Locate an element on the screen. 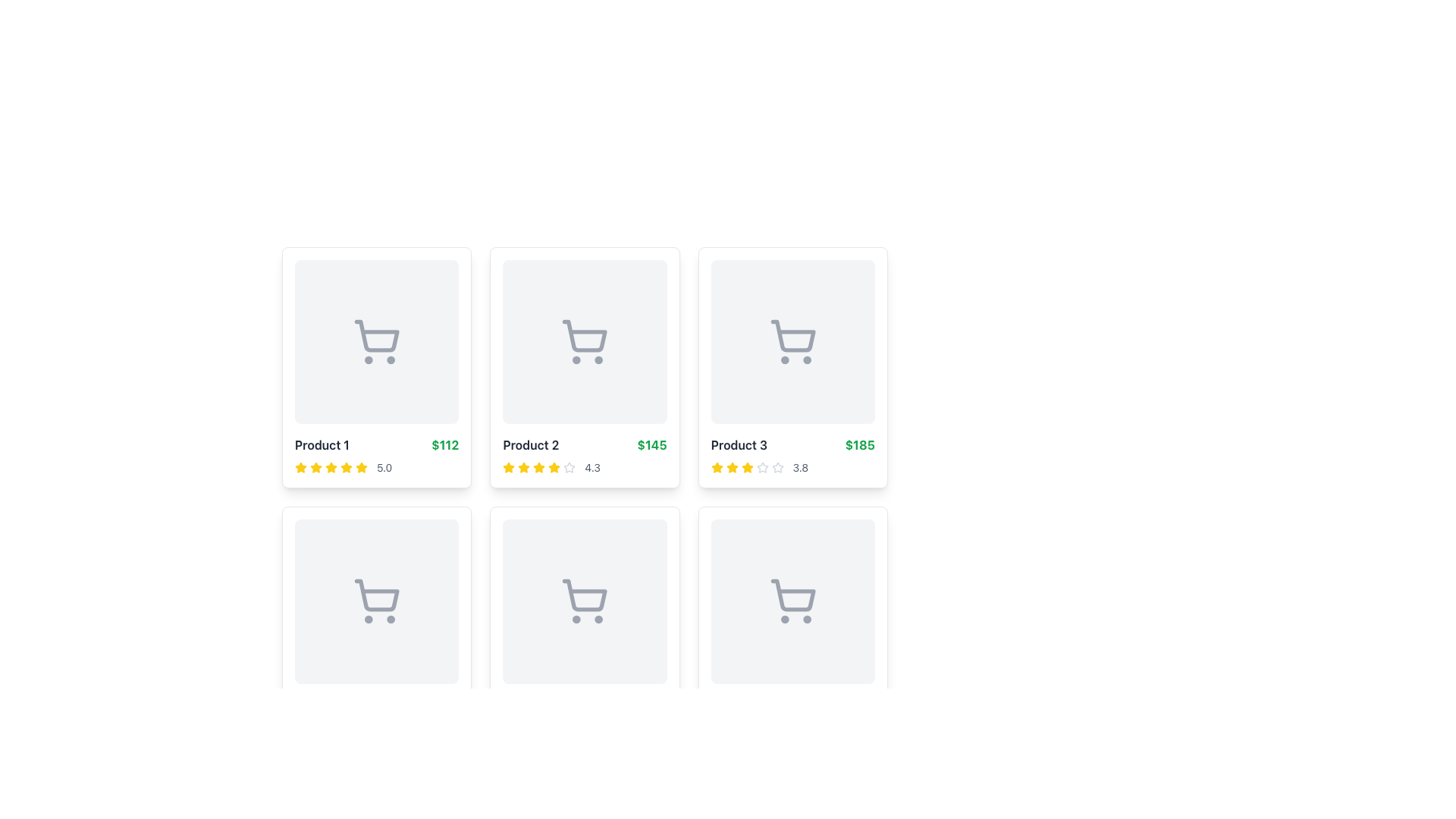 Image resolution: width=1456 pixels, height=819 pixels. the fourth star icon in the product rating system, which visually represents the fourth star in a five-star grading system, located next to the rating number (5.0) is located at coordinates (330, 467).